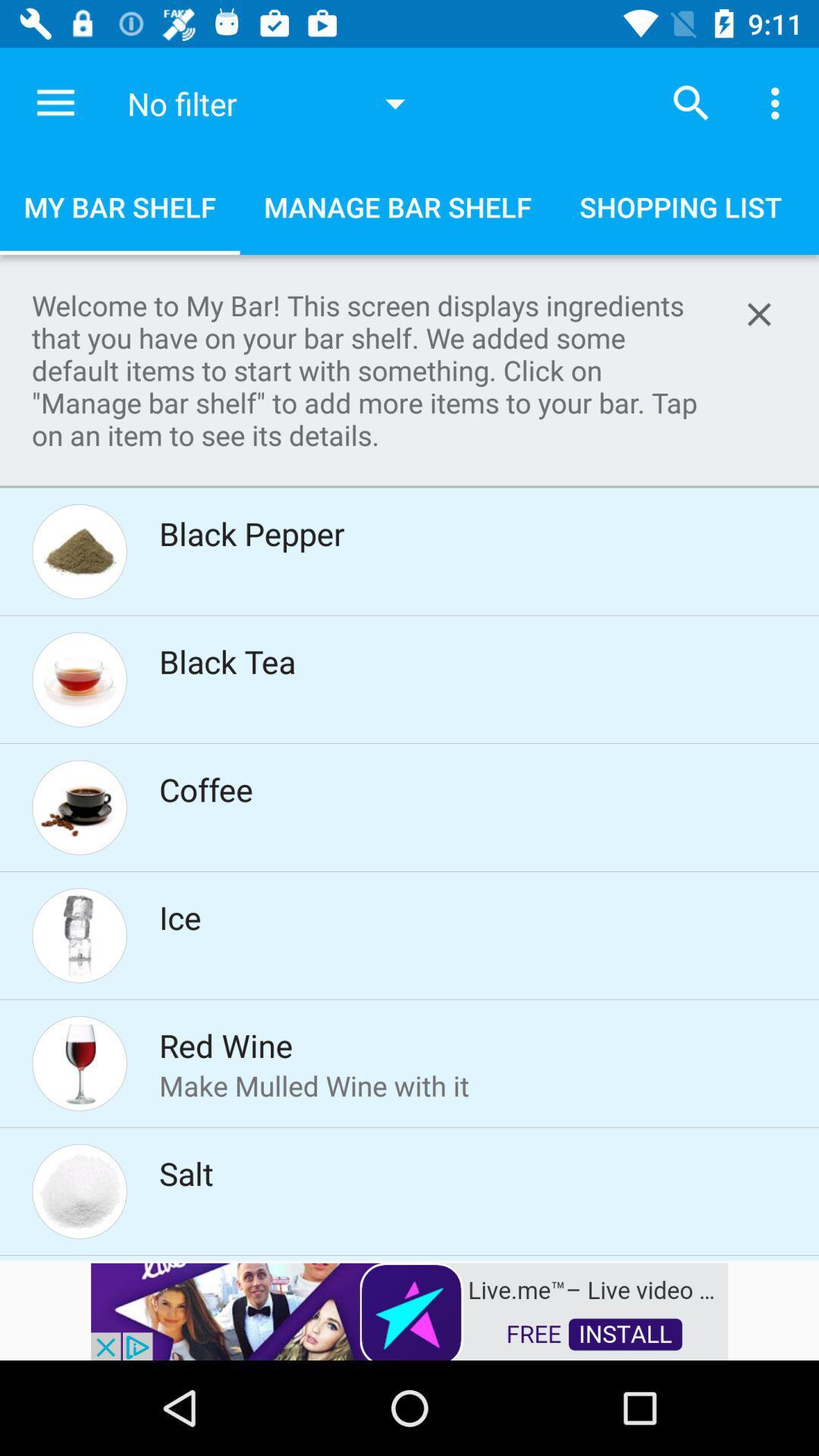 The image size is (819, 1456). Describe the element at coordinates (79, 1062) in the screenshot. I see `the image which has the text red wine mentioned next to it` at that location.